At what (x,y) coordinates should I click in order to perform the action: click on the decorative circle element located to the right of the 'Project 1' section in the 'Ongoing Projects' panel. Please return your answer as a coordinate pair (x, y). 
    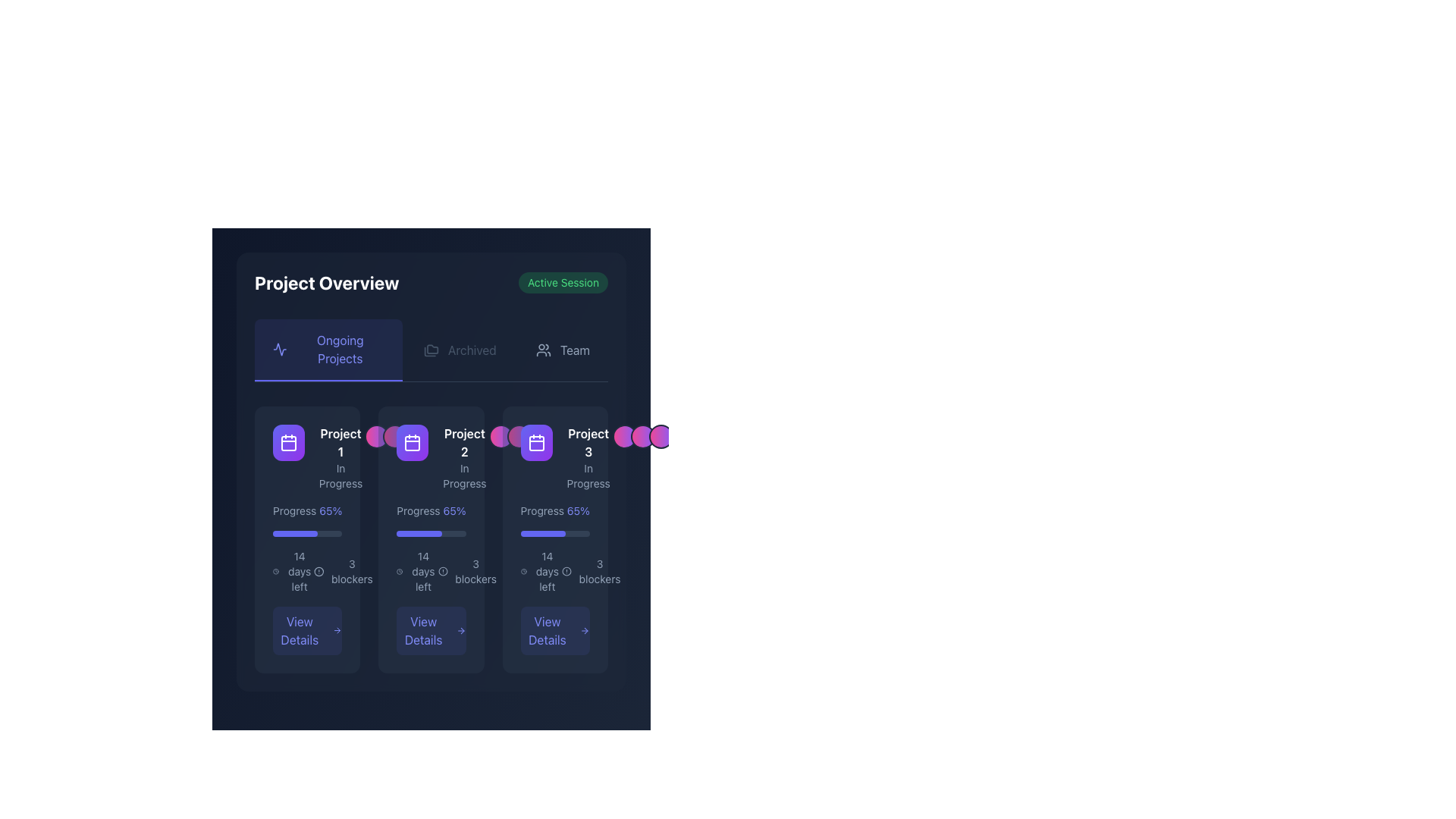
    Looking at the image, I should click on (377, 436).